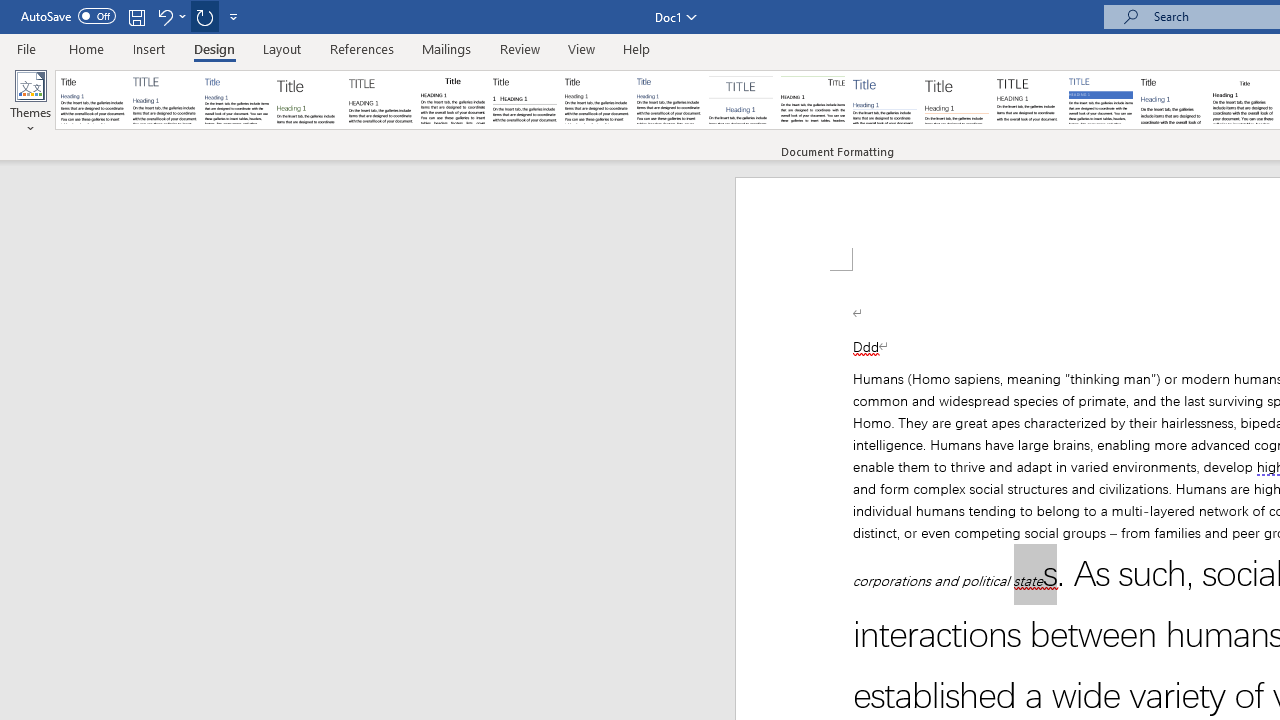 The width and height of the screenshot is (1280, 720). What do you see at coordinates (170, 16) in the screenshot?
I see `'Undo Apply Quick Style Set'` at bounding box center [170, 16].